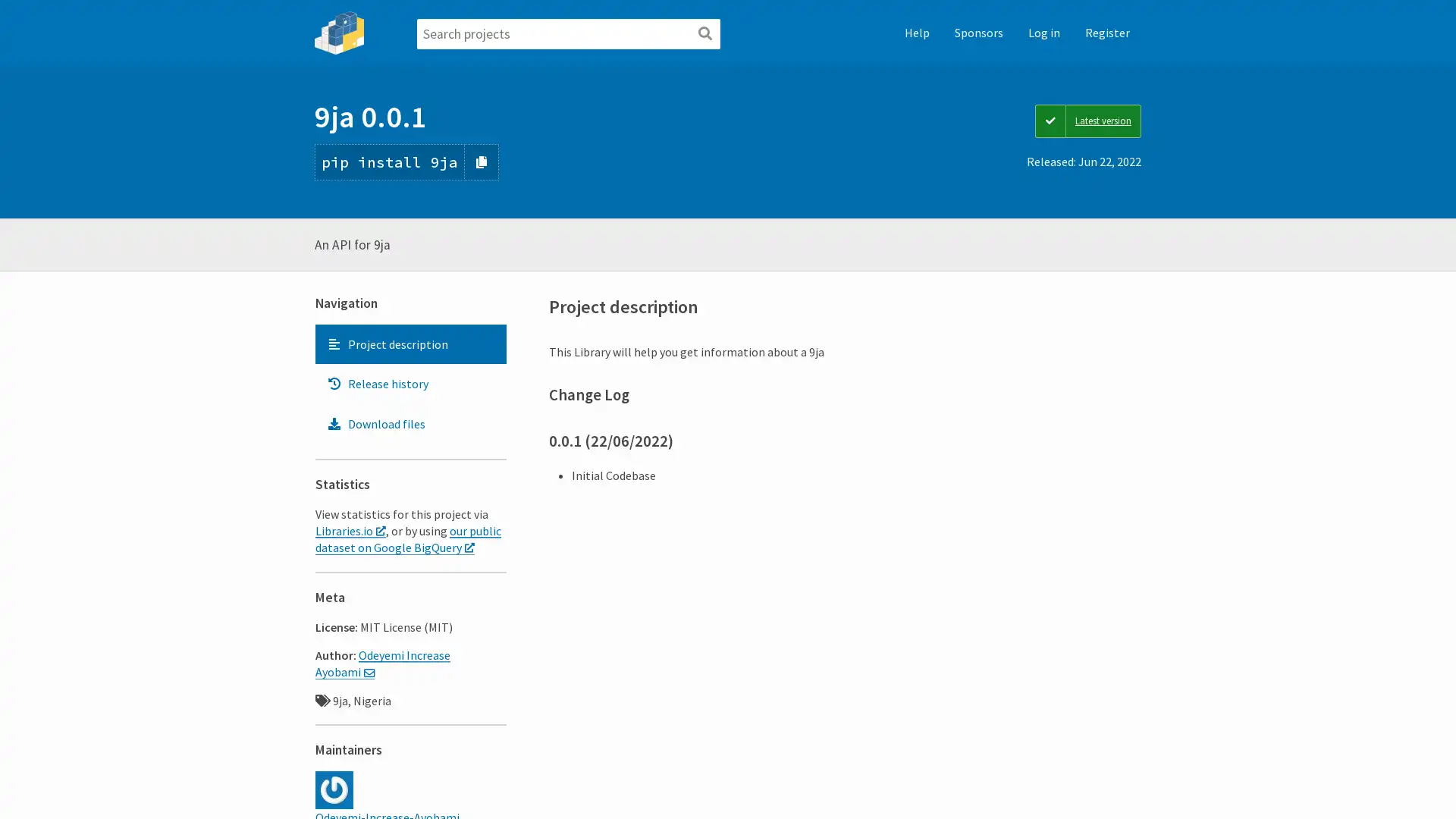 The height and width of the screenshot is (819, 1456). Describe the element at coordinates (704, 34) in the screenshot. I see `Search` at that location.